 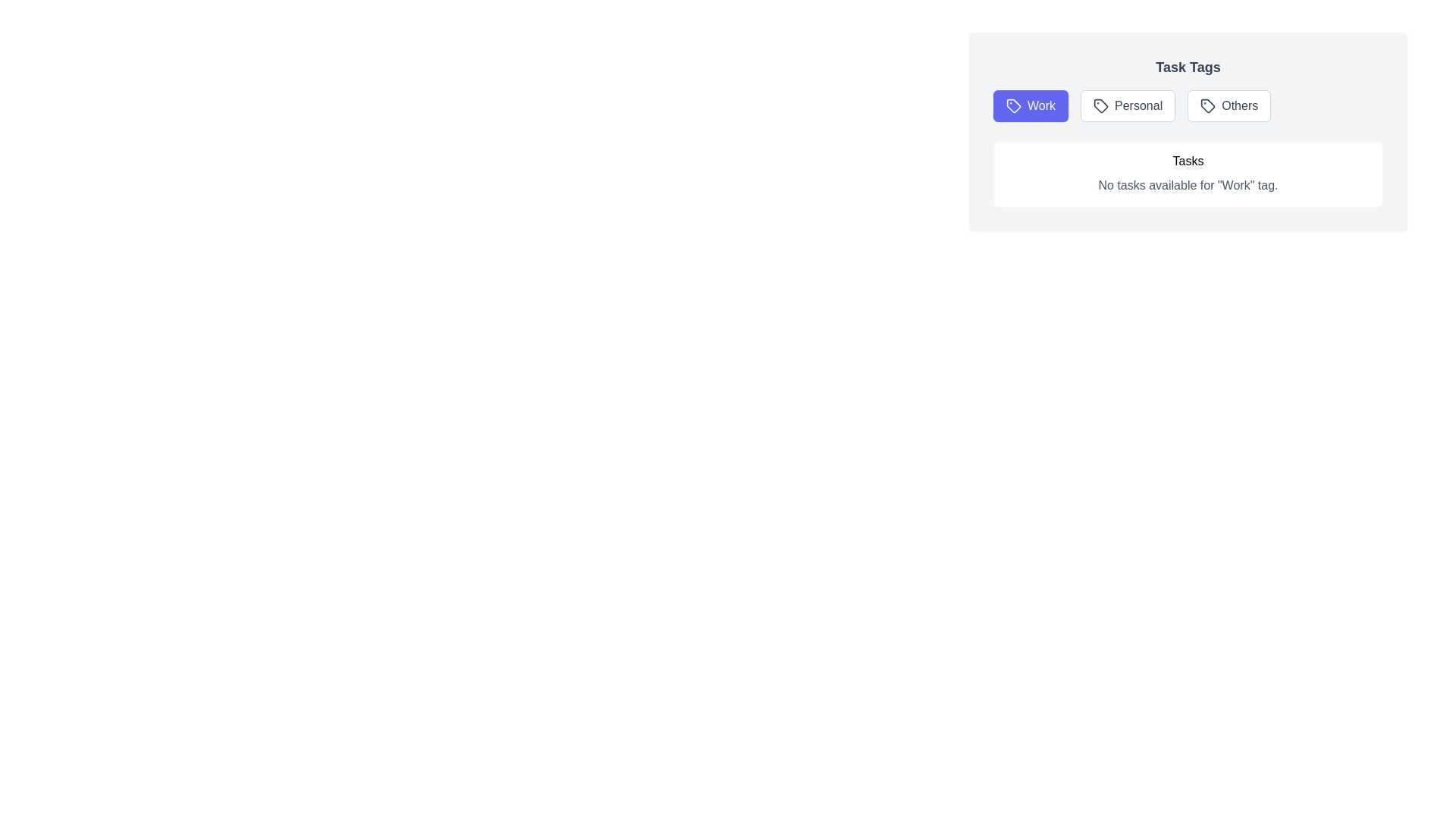 What do you see at coordinates (1229, 105) in the screenshot?
I see `the 'Others' button in the 'Task Tags' section to filter items based on the 'Others' tag` at bounding box center [1229, 105].